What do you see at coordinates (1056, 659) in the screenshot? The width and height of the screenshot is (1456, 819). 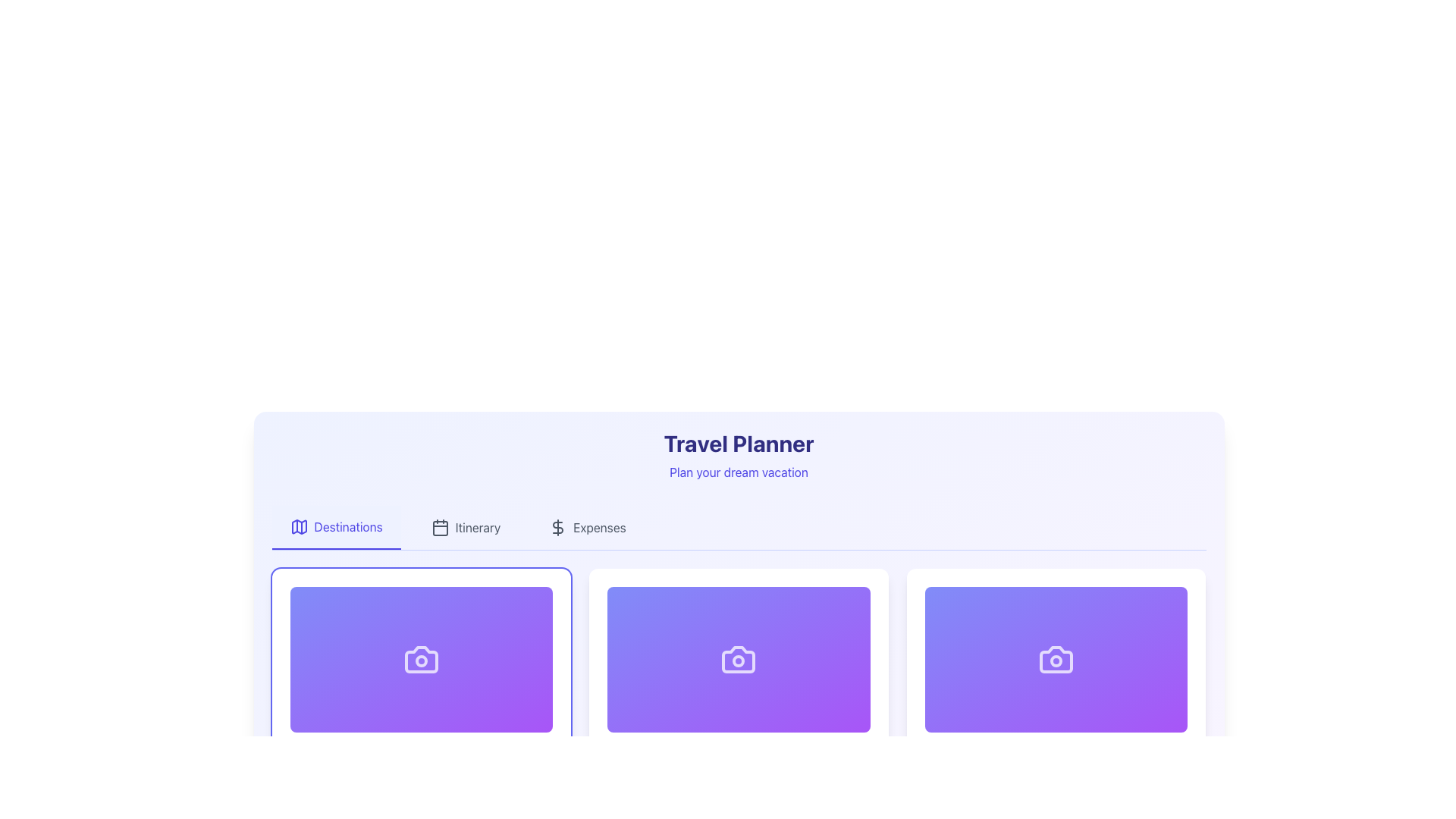 I see `the camera icon located in the second tile from the left under the 'Travel Planner' header, which is intended for capturing images or selecting photos` at bounding box center [1056, 659].